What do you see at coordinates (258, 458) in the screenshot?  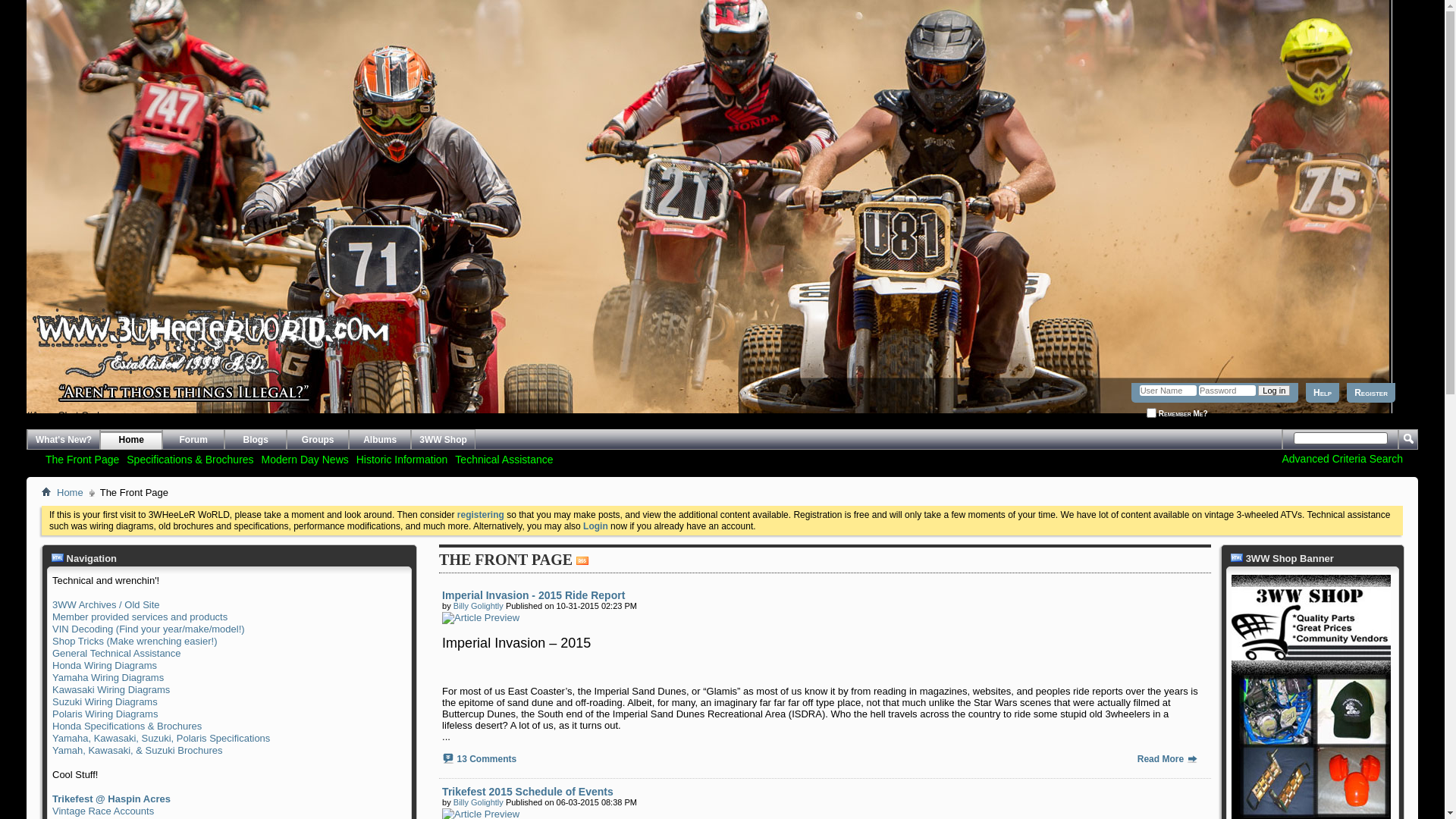 I see `'Modern Day News'` at bounding box center [258, 458].